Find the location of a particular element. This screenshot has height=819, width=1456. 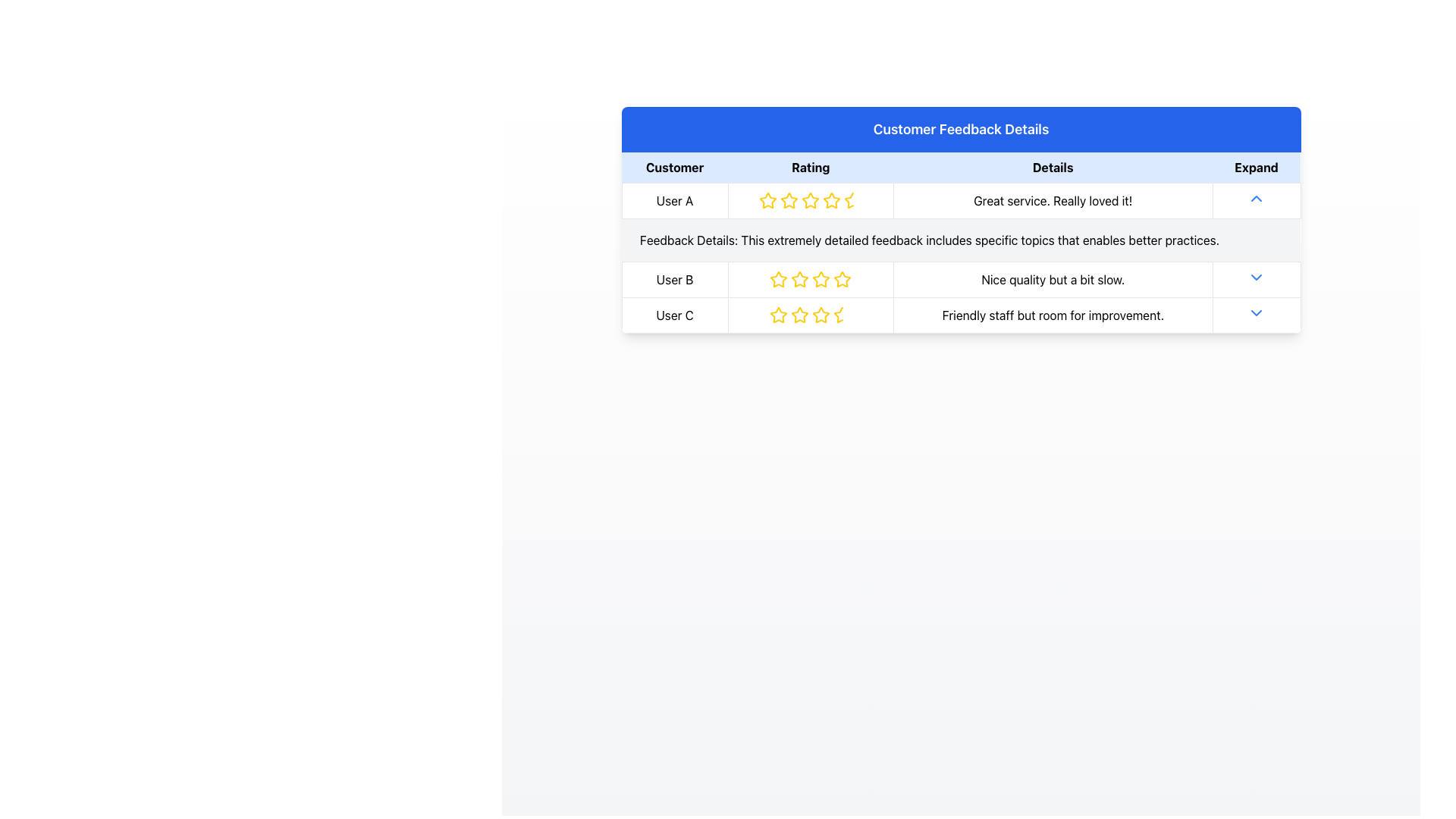

text label identifying the user, which is 'User C', located in the 'Customer' column of the third data row in the table is located at coordinates (674, 315).